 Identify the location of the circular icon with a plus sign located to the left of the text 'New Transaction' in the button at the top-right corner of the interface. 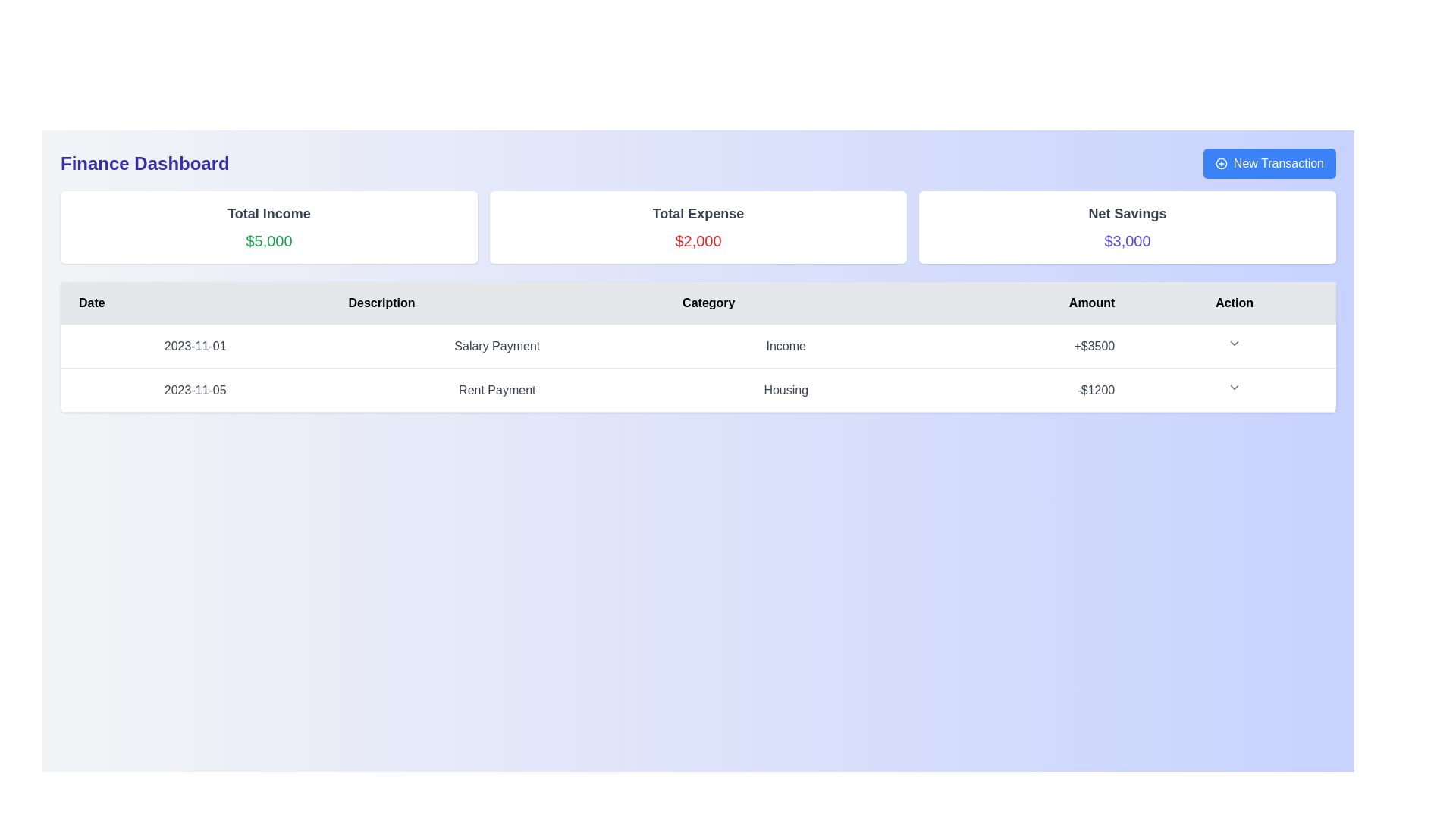
(1221, 164).